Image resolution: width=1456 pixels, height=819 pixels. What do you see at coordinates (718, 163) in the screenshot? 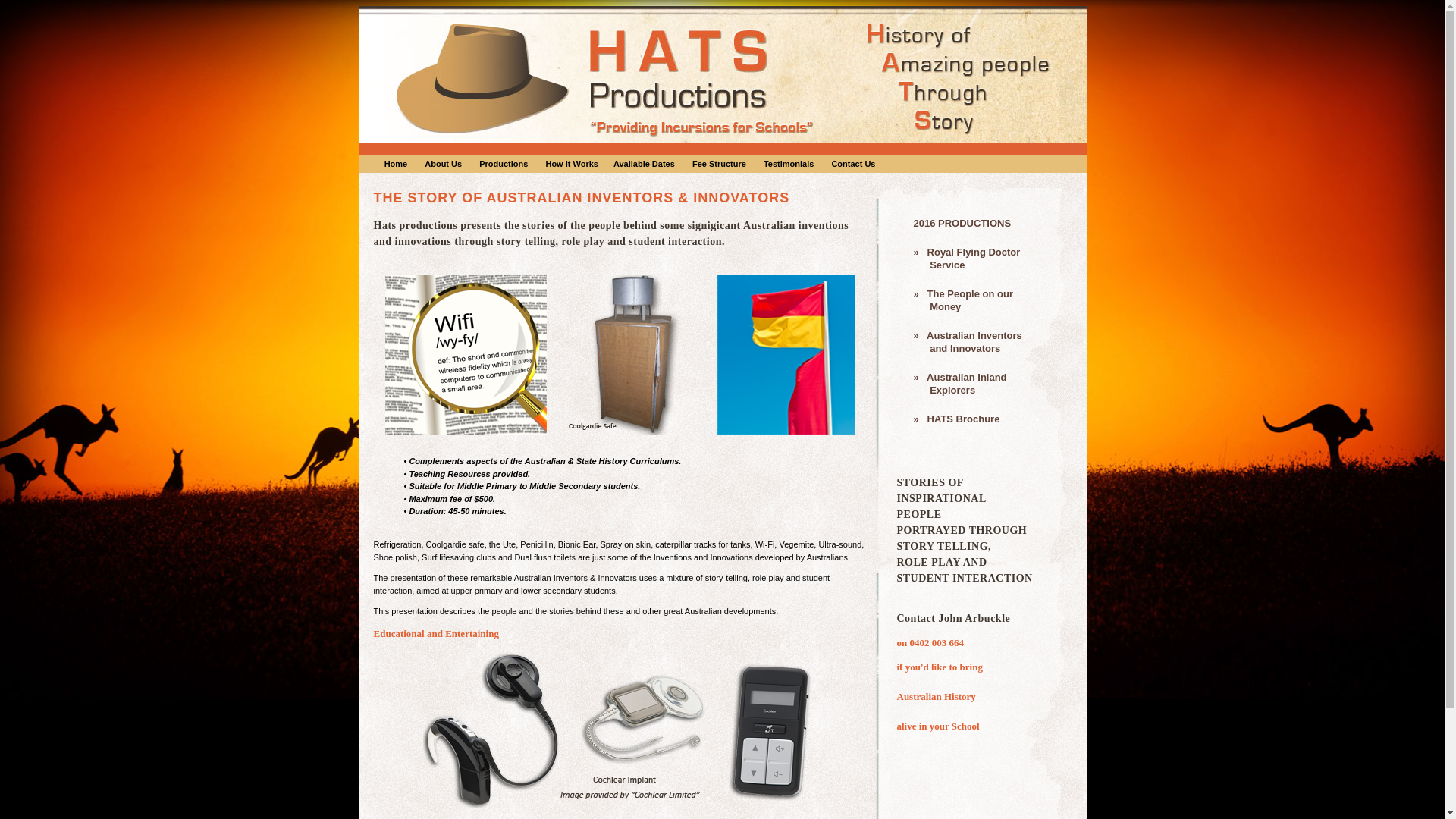
I see `'Fee Structure'` at bounding box center [718, 163].